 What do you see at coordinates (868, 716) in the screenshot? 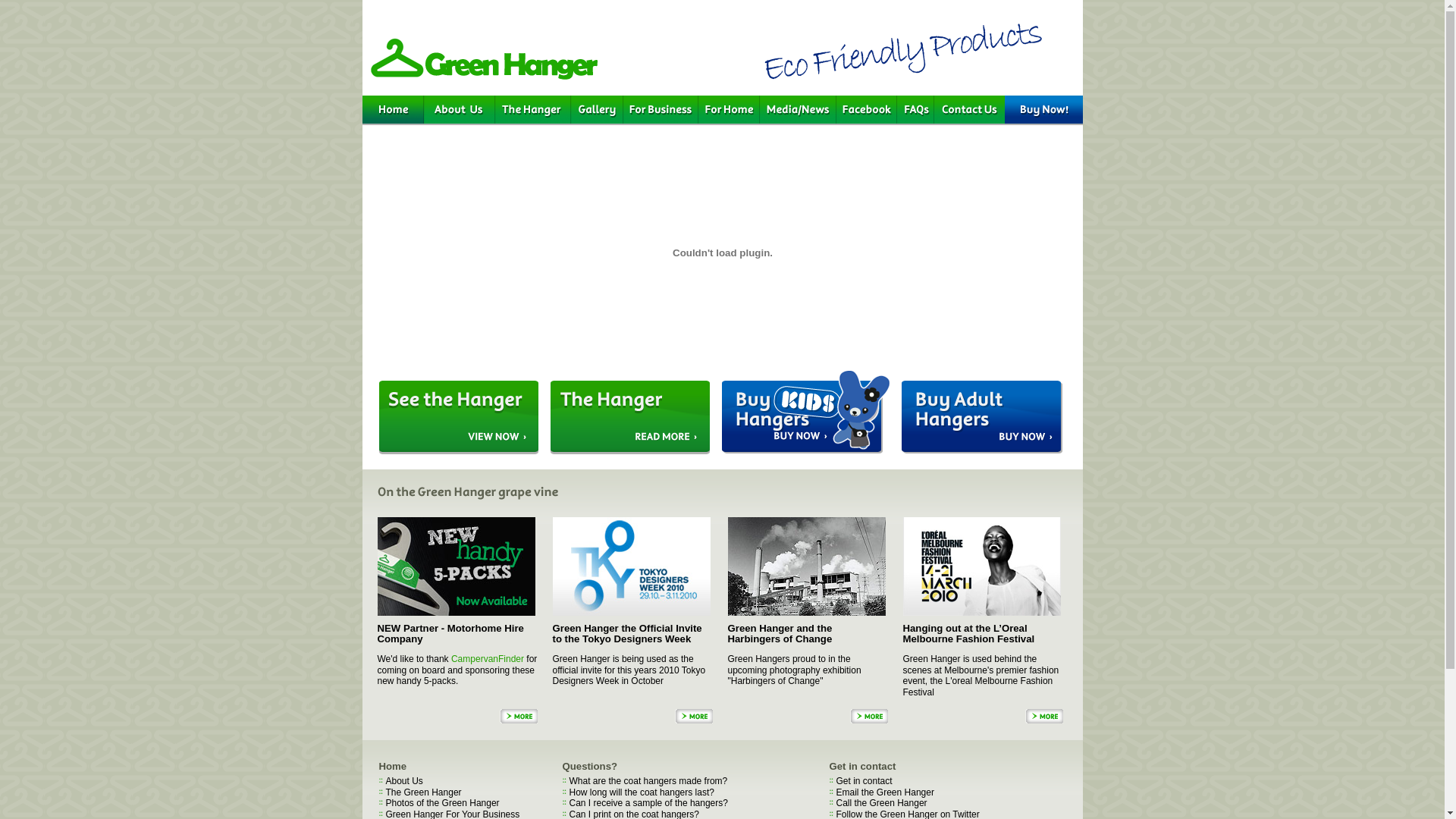
I see `'More'` at bounding box center [868, 716].